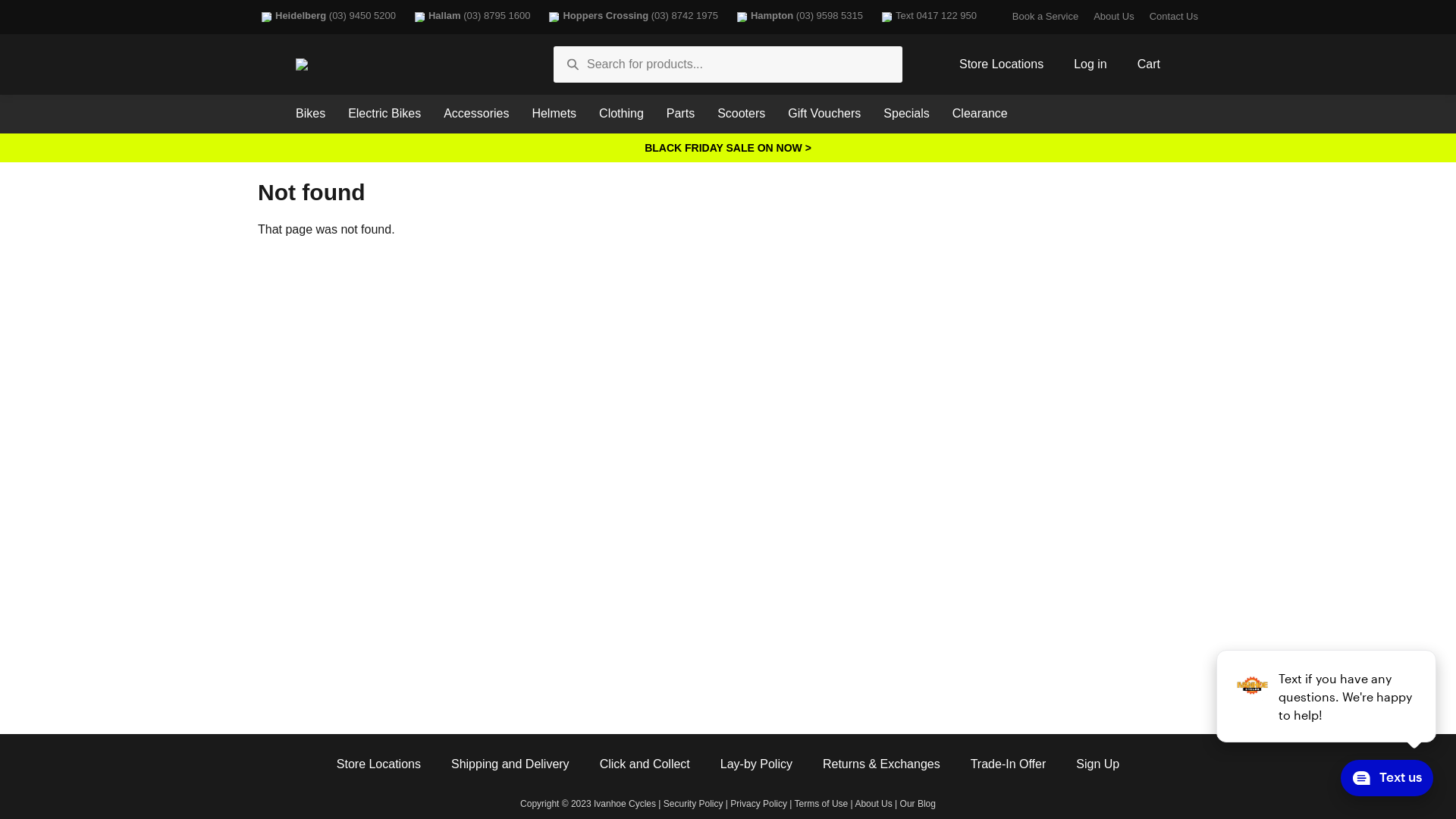 The height and width of the screenshot is (819, 1456). Describe the element at coordinates (1075, 764) in the screenshot. I see `'Sign Up'` at that location.